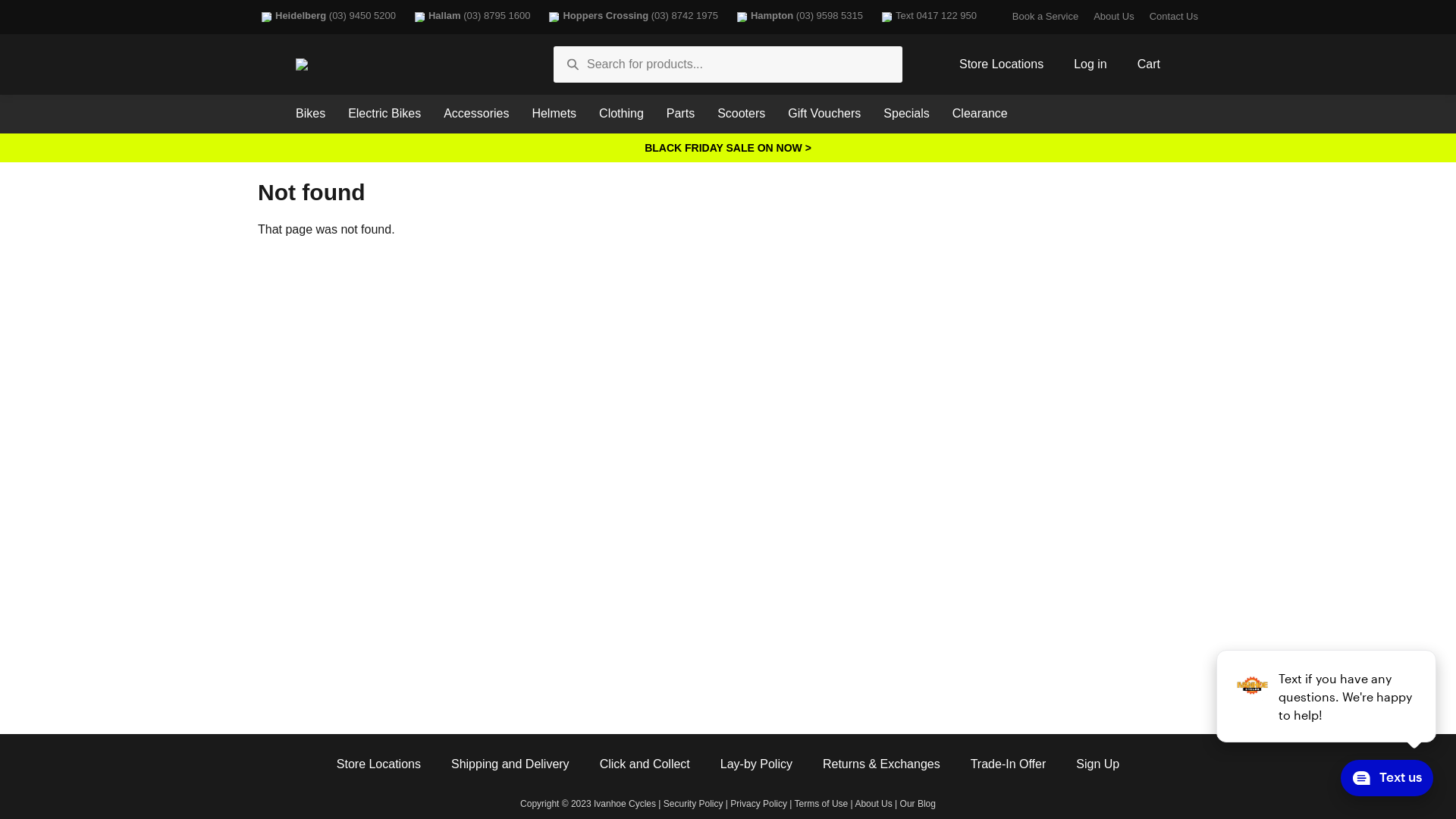 The height and width of the screenshot is (819, 1456). Describe the element at coordinates (1075, 764) in the screenshot. I see `'Sign Up'` at that location.